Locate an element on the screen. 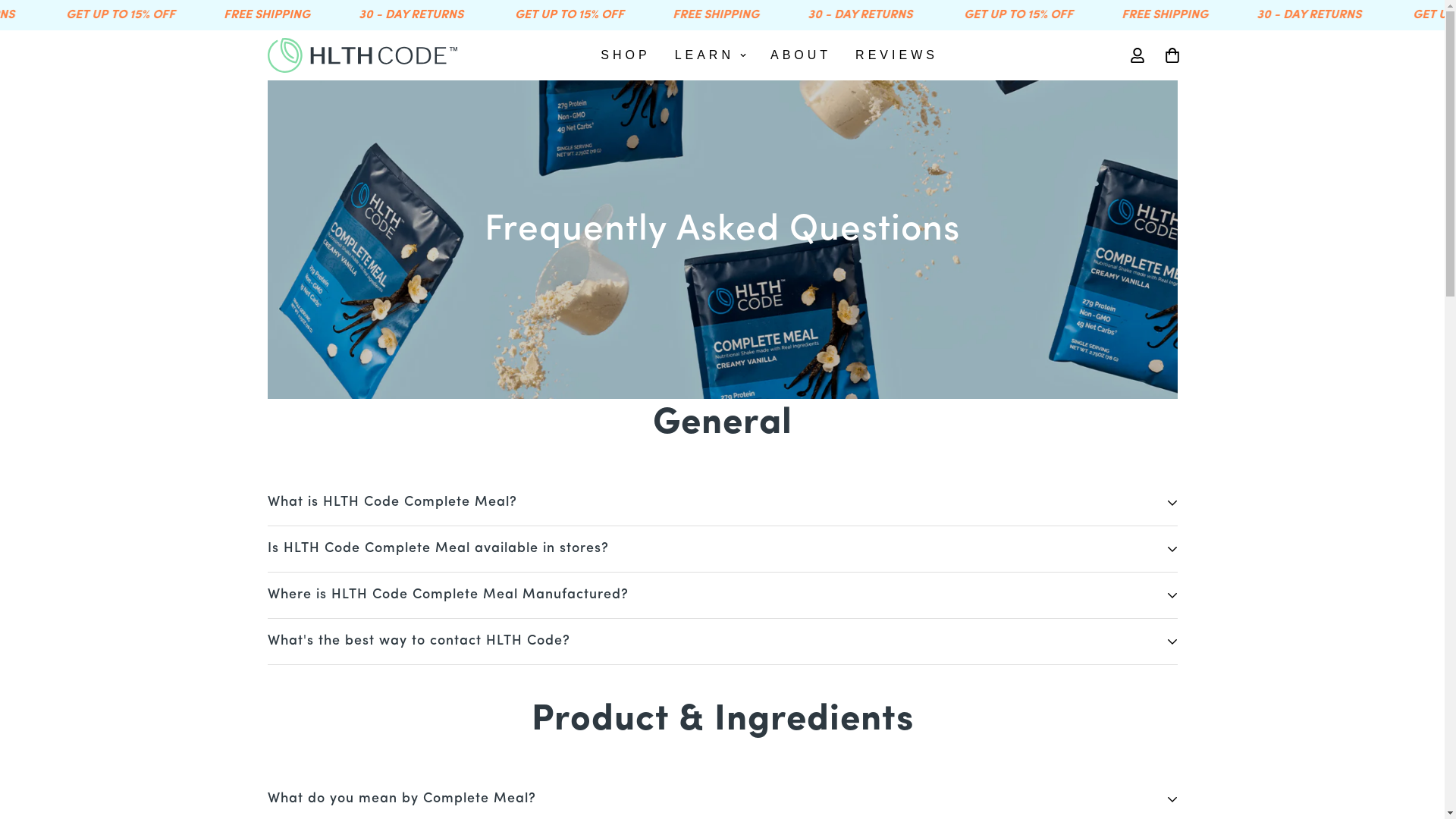 Image resolution: width=1456 pixels, height=819 pixels. 'ABOUT' is located at coordinates (800, 54).